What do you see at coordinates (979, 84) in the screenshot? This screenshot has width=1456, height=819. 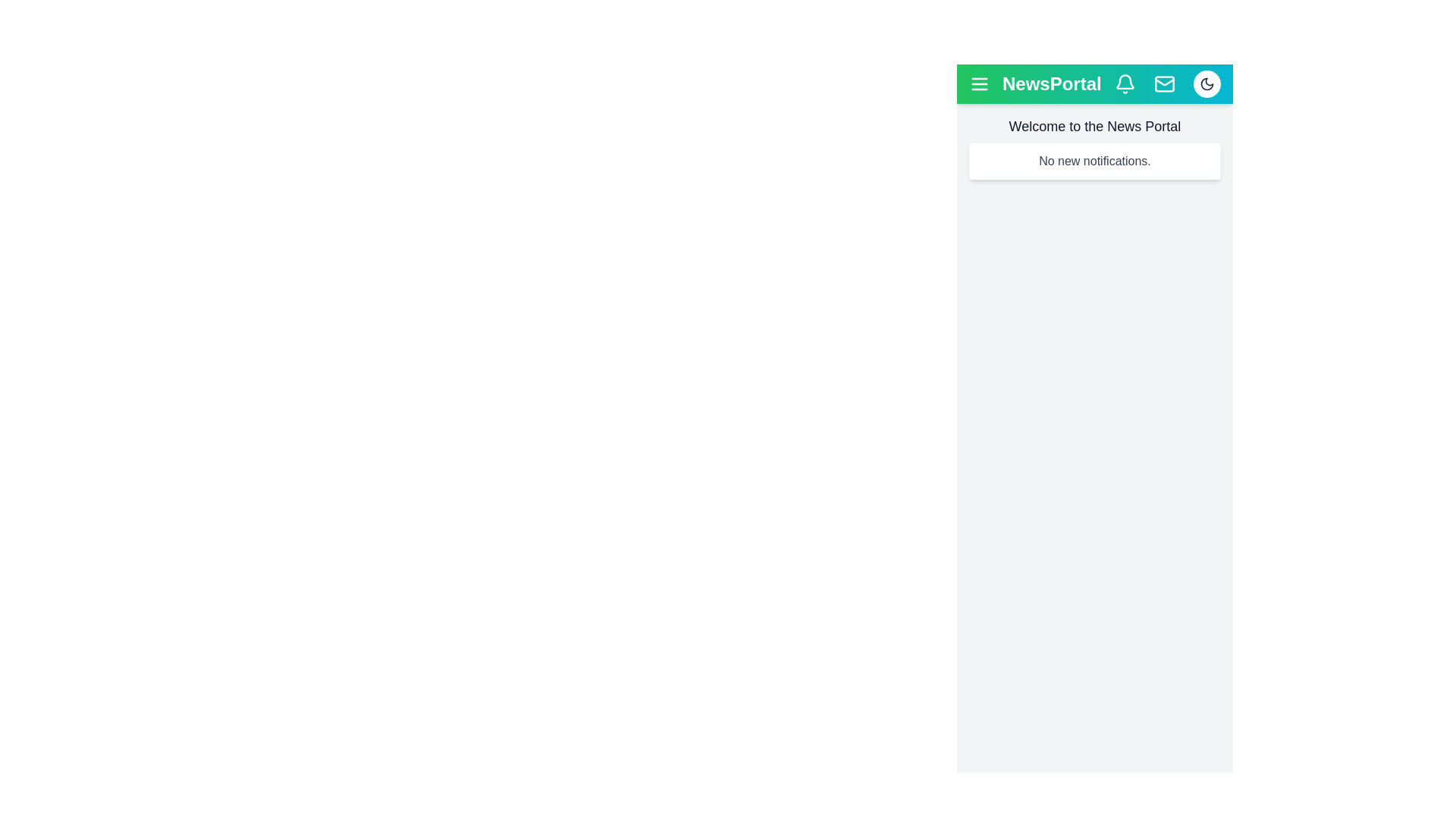 I see `the menu icon to toggle the navigation menu` at bounding box center [979, 84].